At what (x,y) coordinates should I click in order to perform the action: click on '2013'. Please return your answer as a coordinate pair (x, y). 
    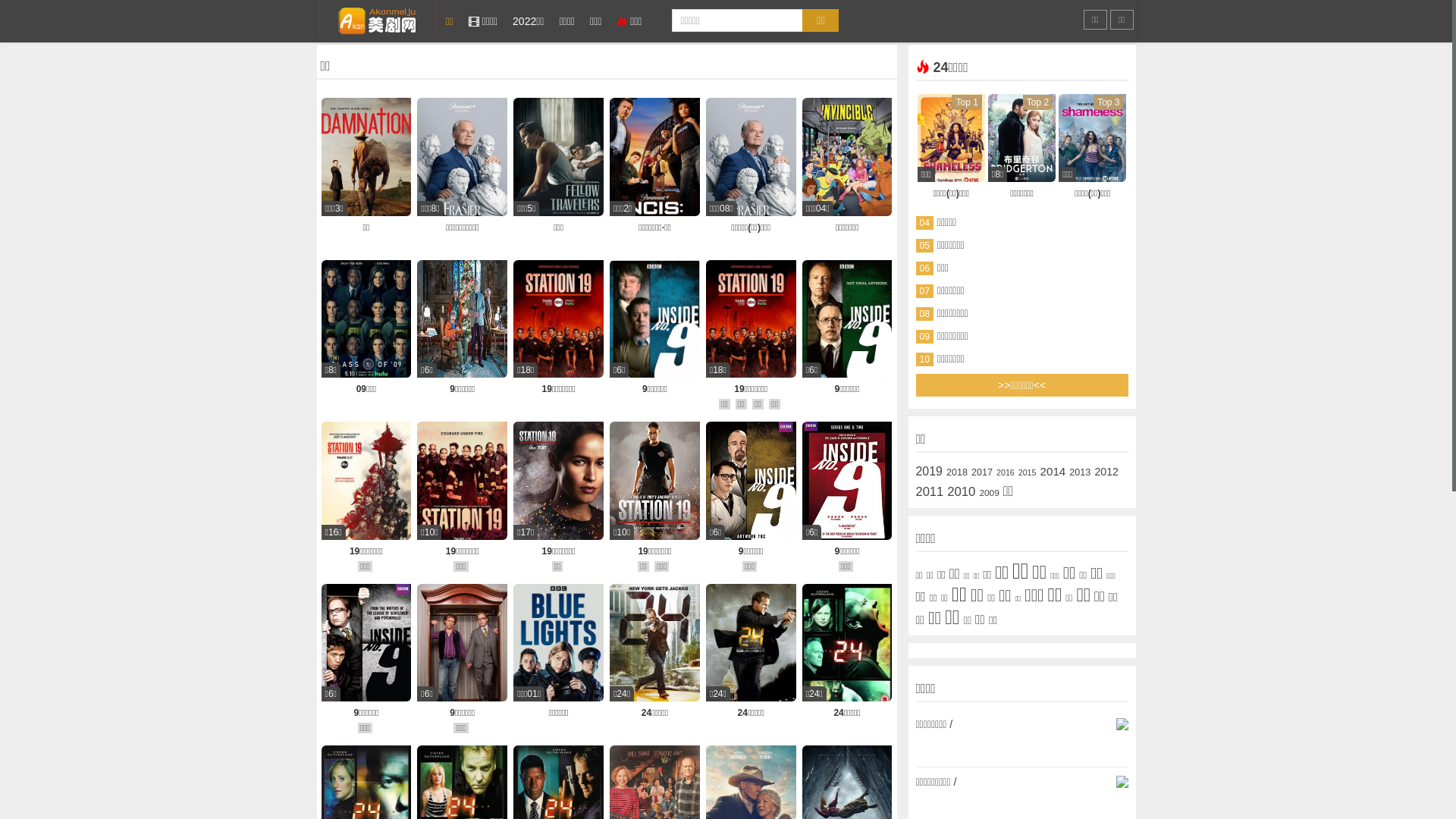
    Looking at the image, I should click on (1079, 472).